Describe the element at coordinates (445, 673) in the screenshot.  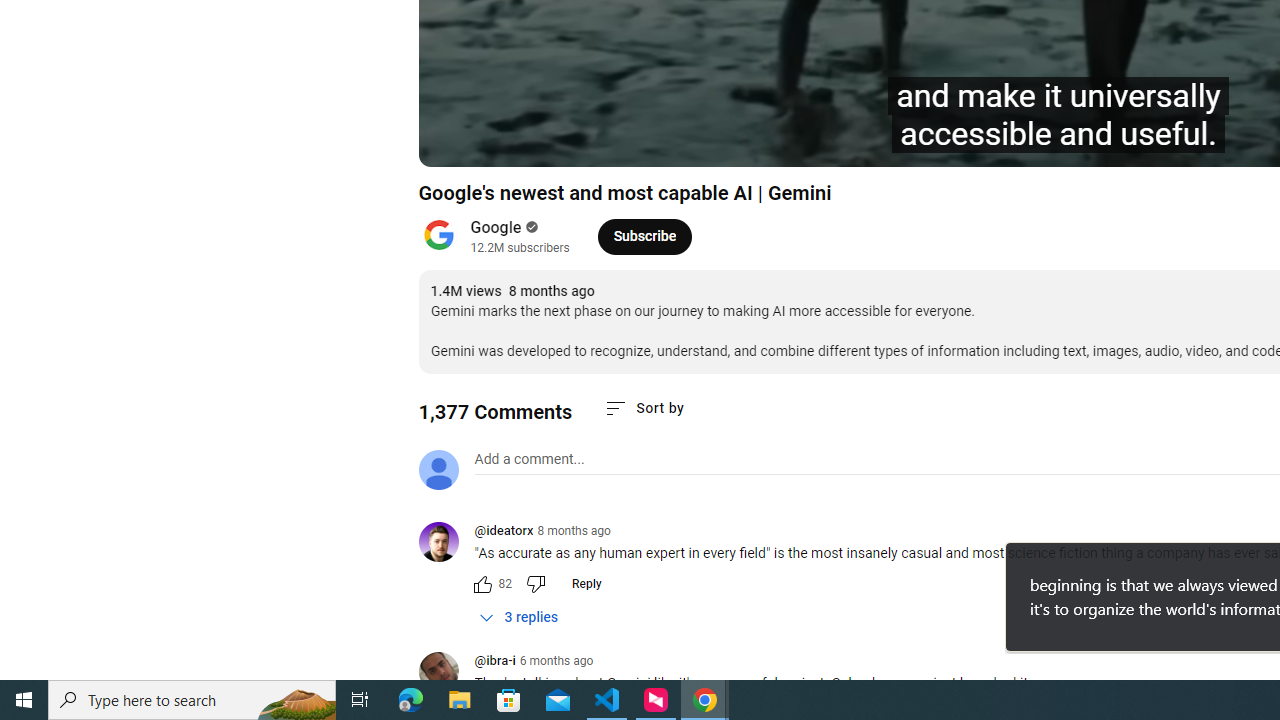
I see `'@ibra-i'` at that location.